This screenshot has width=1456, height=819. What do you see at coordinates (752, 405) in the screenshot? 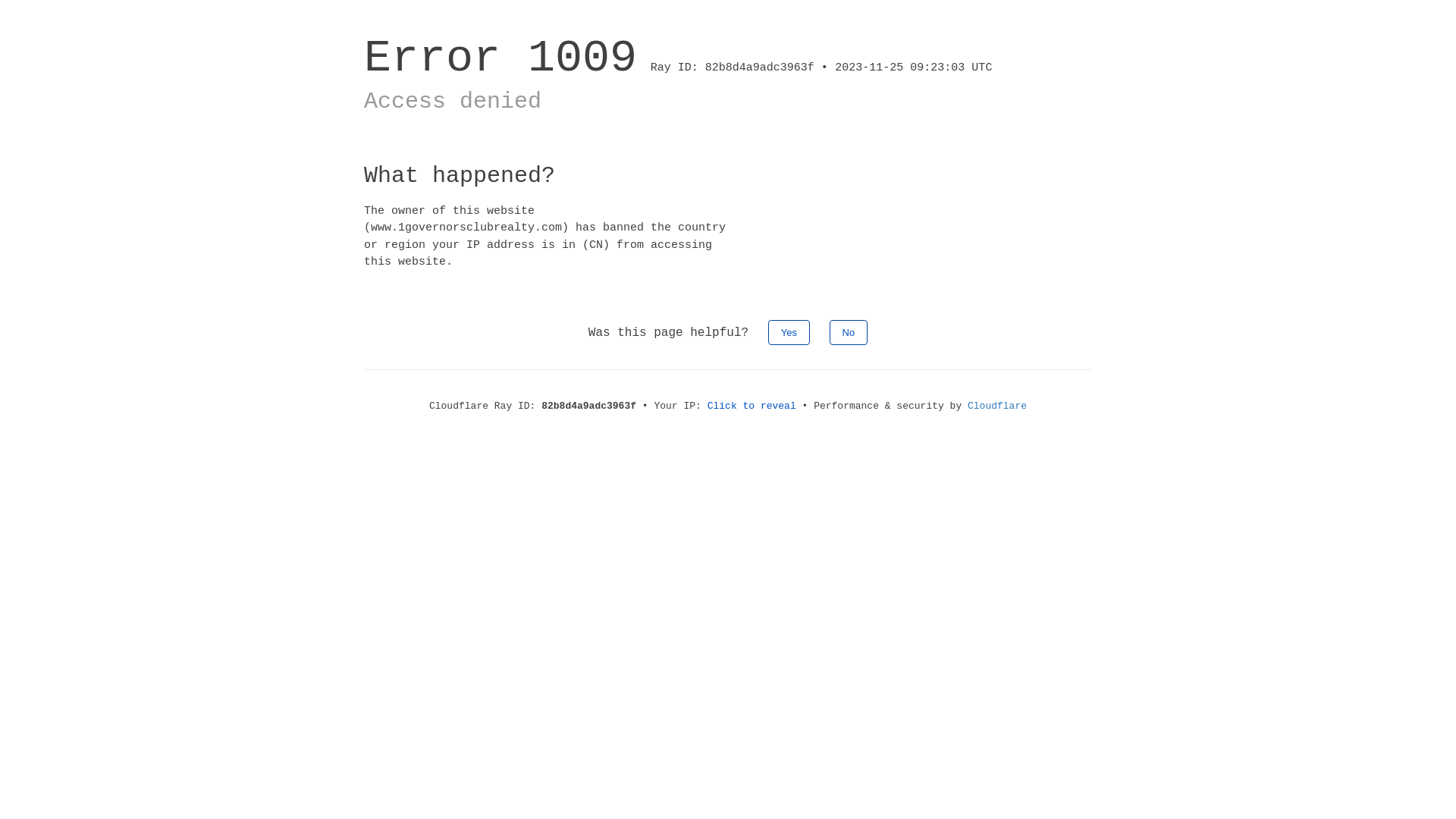
I see `'Click to reveal'` at bounding box center [752, 405].